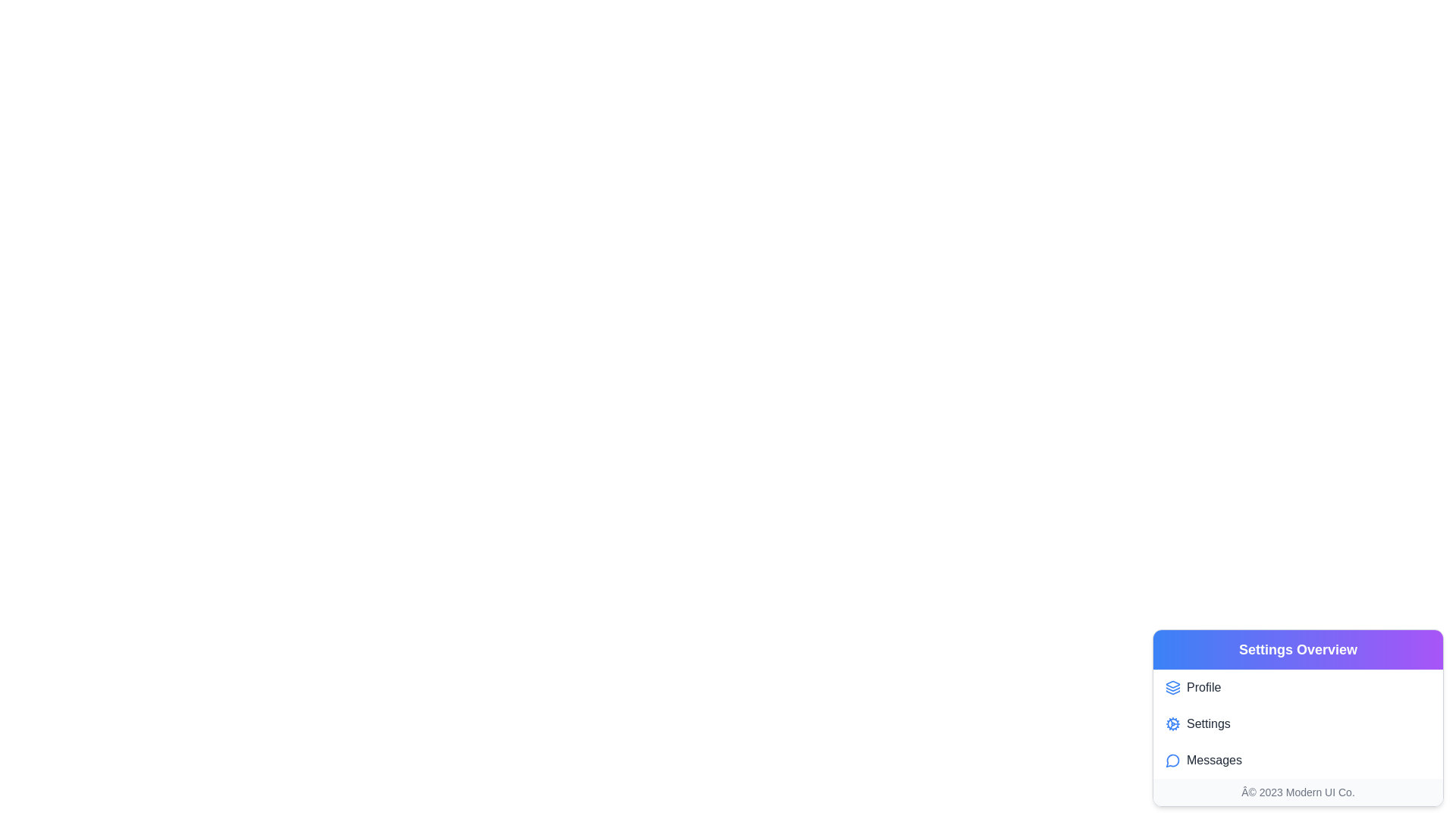 This screenshot has width=1456, height=819. I want to click on the List with selectable items that includes 'Profile', 'Settings', and 'Messages' located beneath the 'Settings Overview' banner, so click(1298, 723).